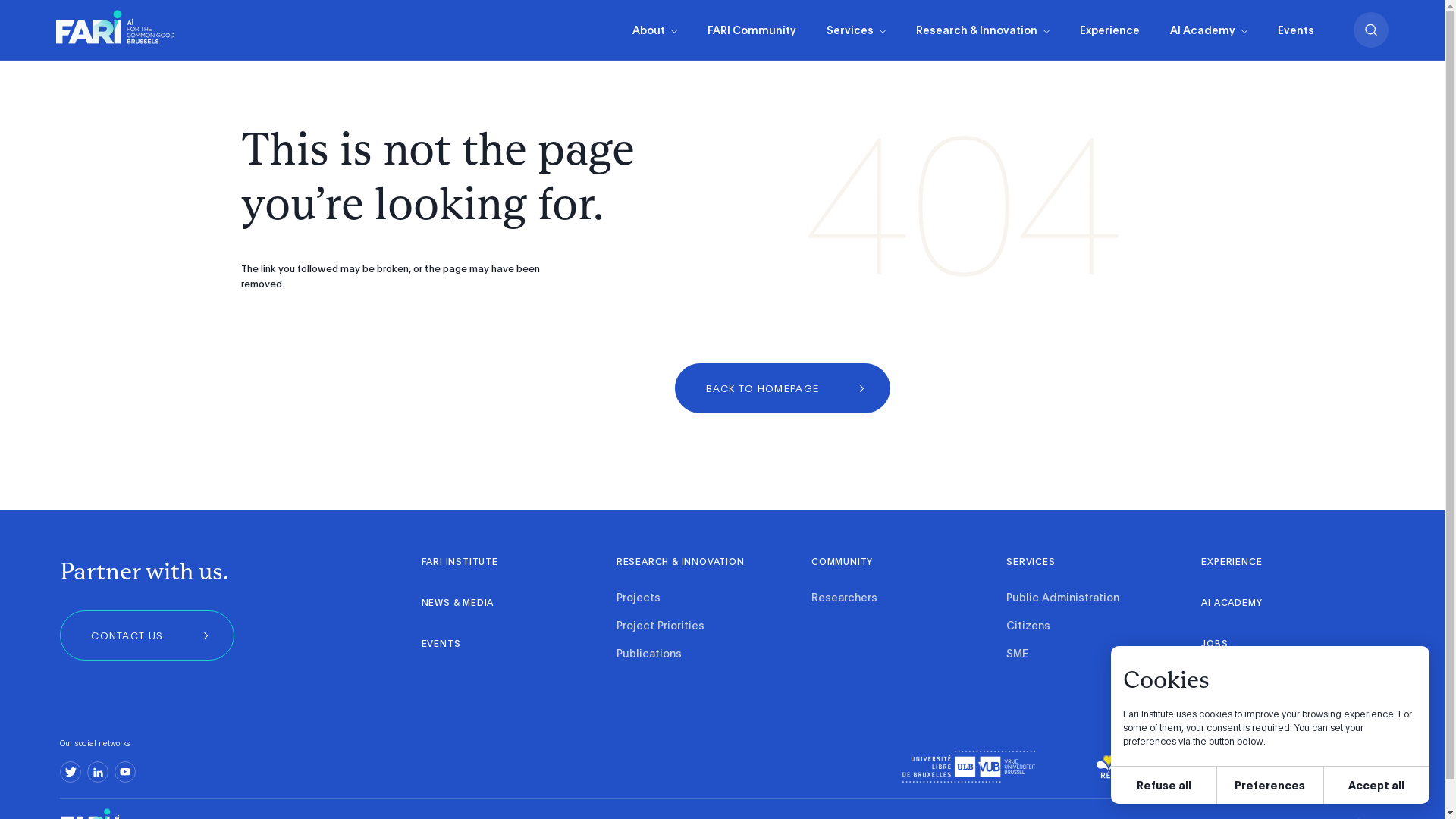  I want to click on 'FARI INSTITUTE', so click(422, 562).